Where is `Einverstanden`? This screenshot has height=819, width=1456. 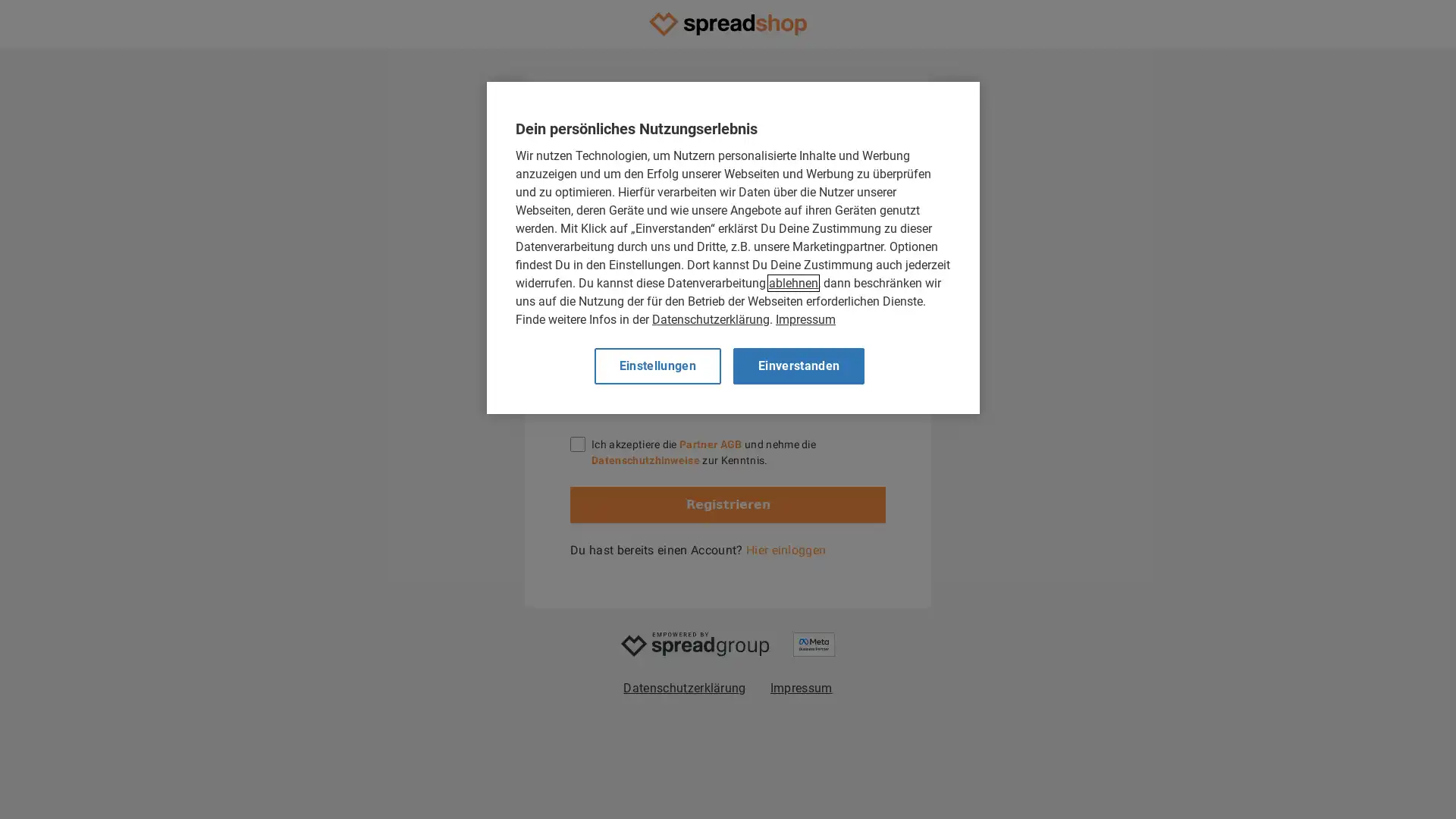 Einverstanden is located at coordinates (798, 366).